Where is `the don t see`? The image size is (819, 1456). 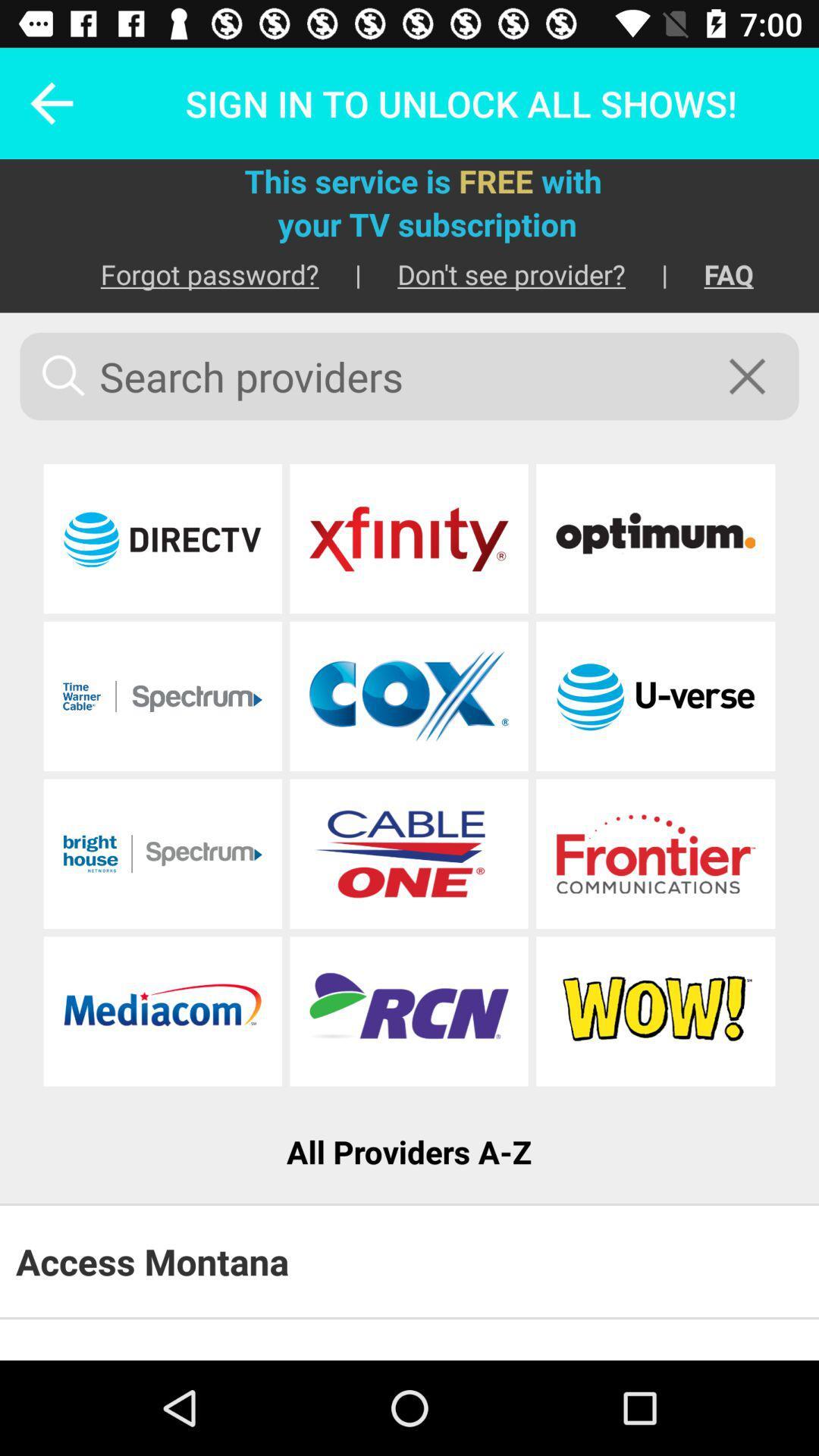
the don t see is located at coordinates (494, 274).